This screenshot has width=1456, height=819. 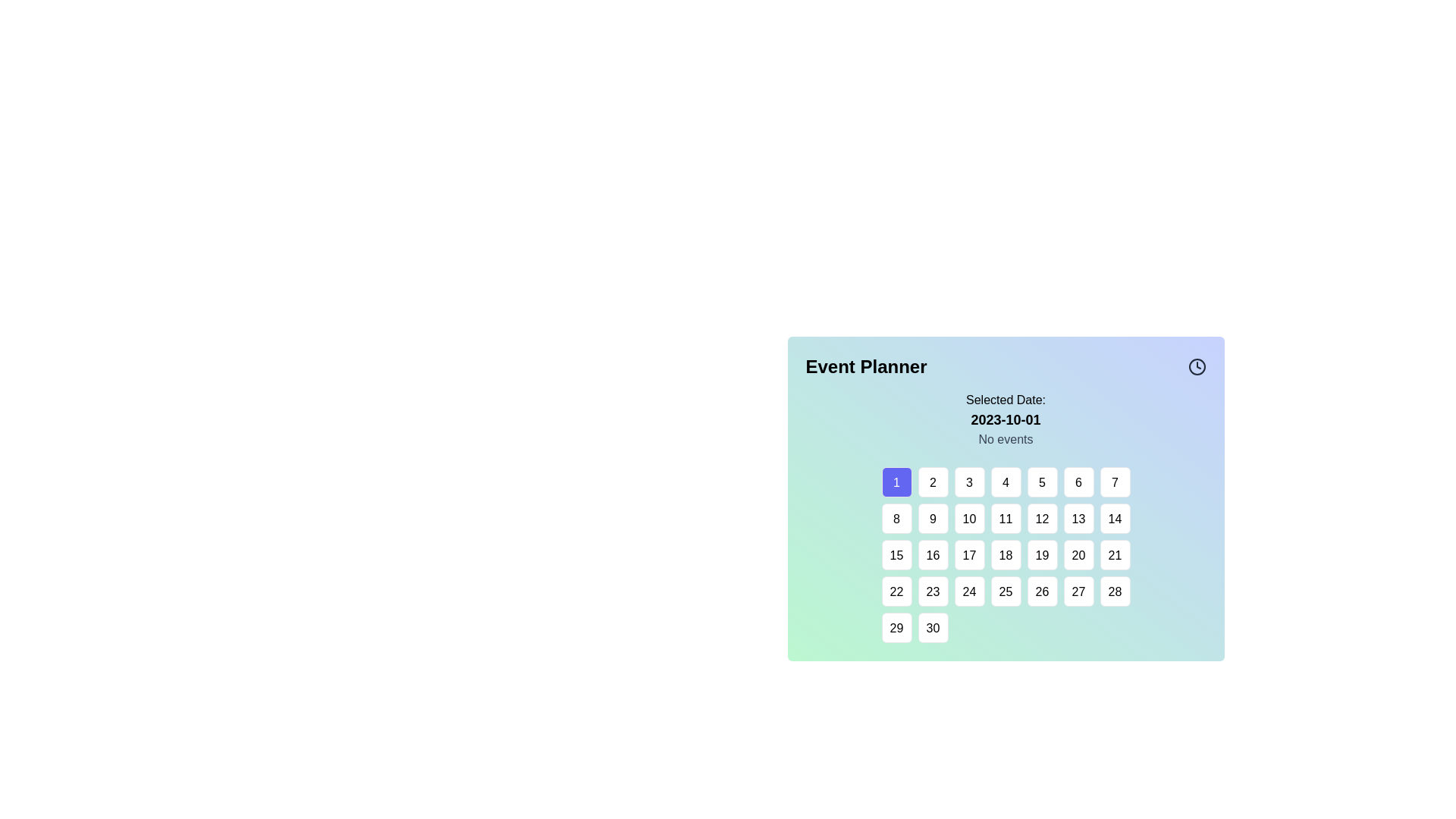 I want to click on the static text displaying the date '2023-10-01', which is bold and positioned below the label 'Selected Date:' and above 'No events', so click(x=1006, y=420).